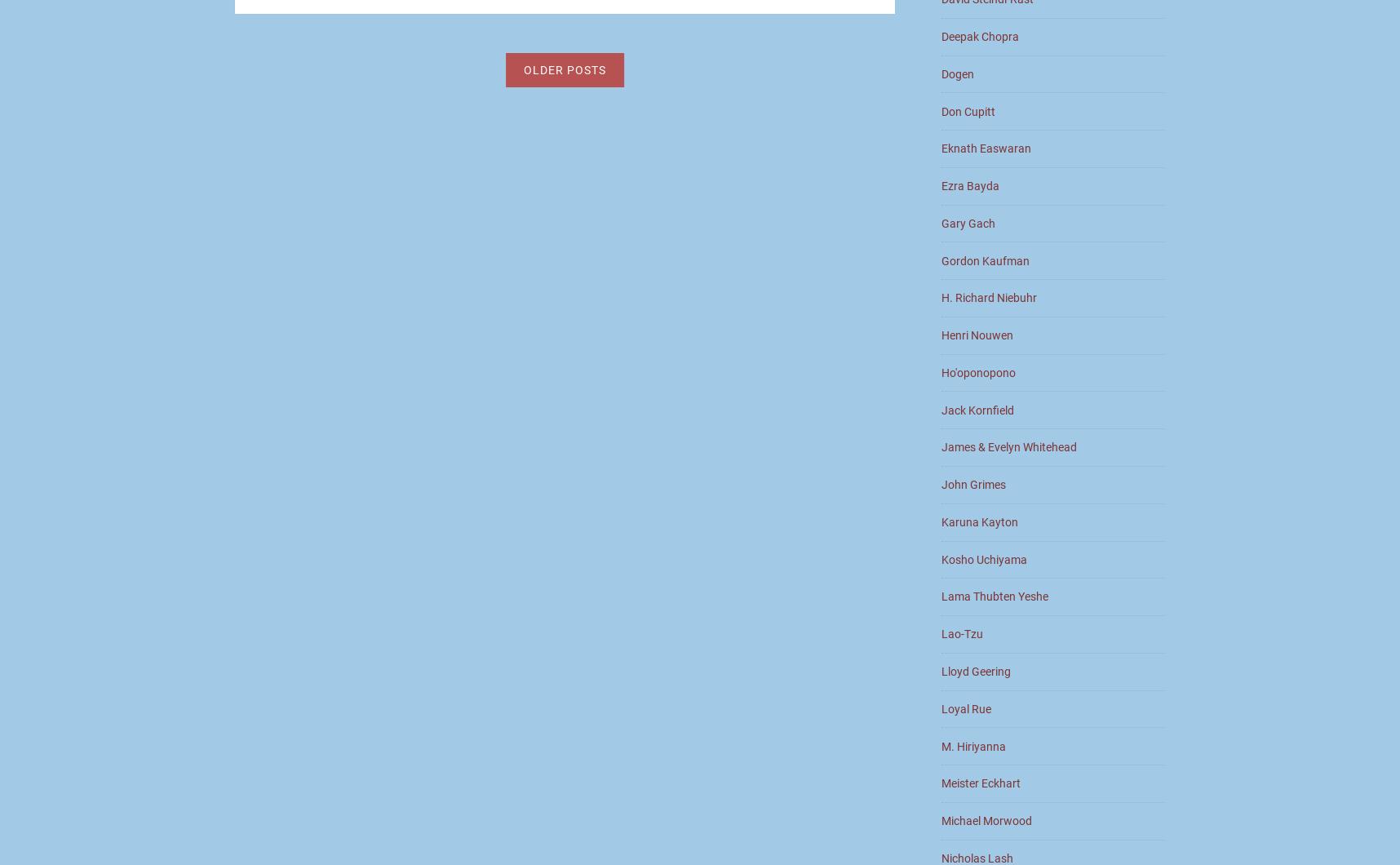 The image size is (1400, 865). I want to click on 'Meister Eckhart', so click(981, 783).